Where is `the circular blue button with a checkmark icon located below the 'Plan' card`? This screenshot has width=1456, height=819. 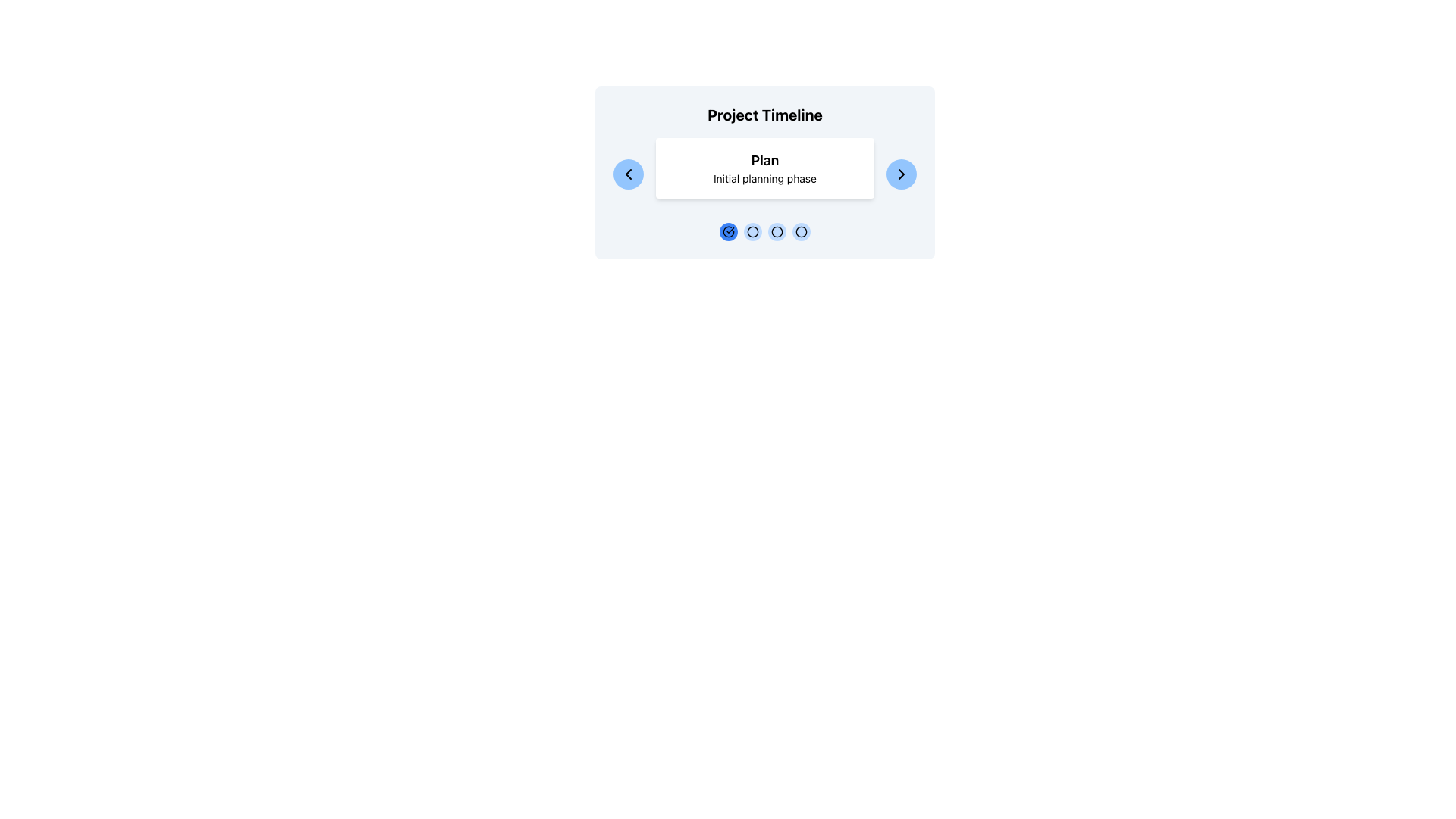 the circular blue button with a checkmark icon located below the 'Plan' card is located at coordinates (728, 231).